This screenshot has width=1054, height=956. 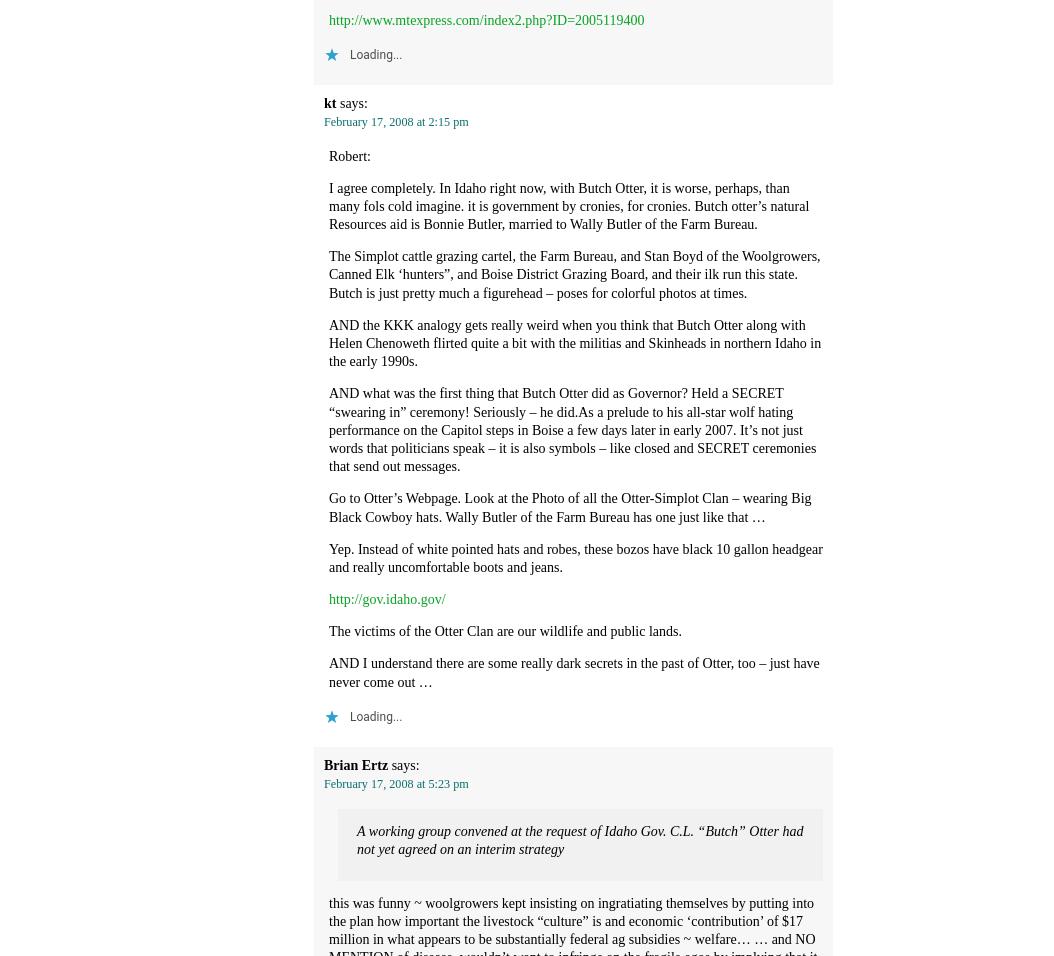 What do you see at coordinates (350, 155) in the screenshot?
I see `'Robert:'` at bounding box center [350, 155].